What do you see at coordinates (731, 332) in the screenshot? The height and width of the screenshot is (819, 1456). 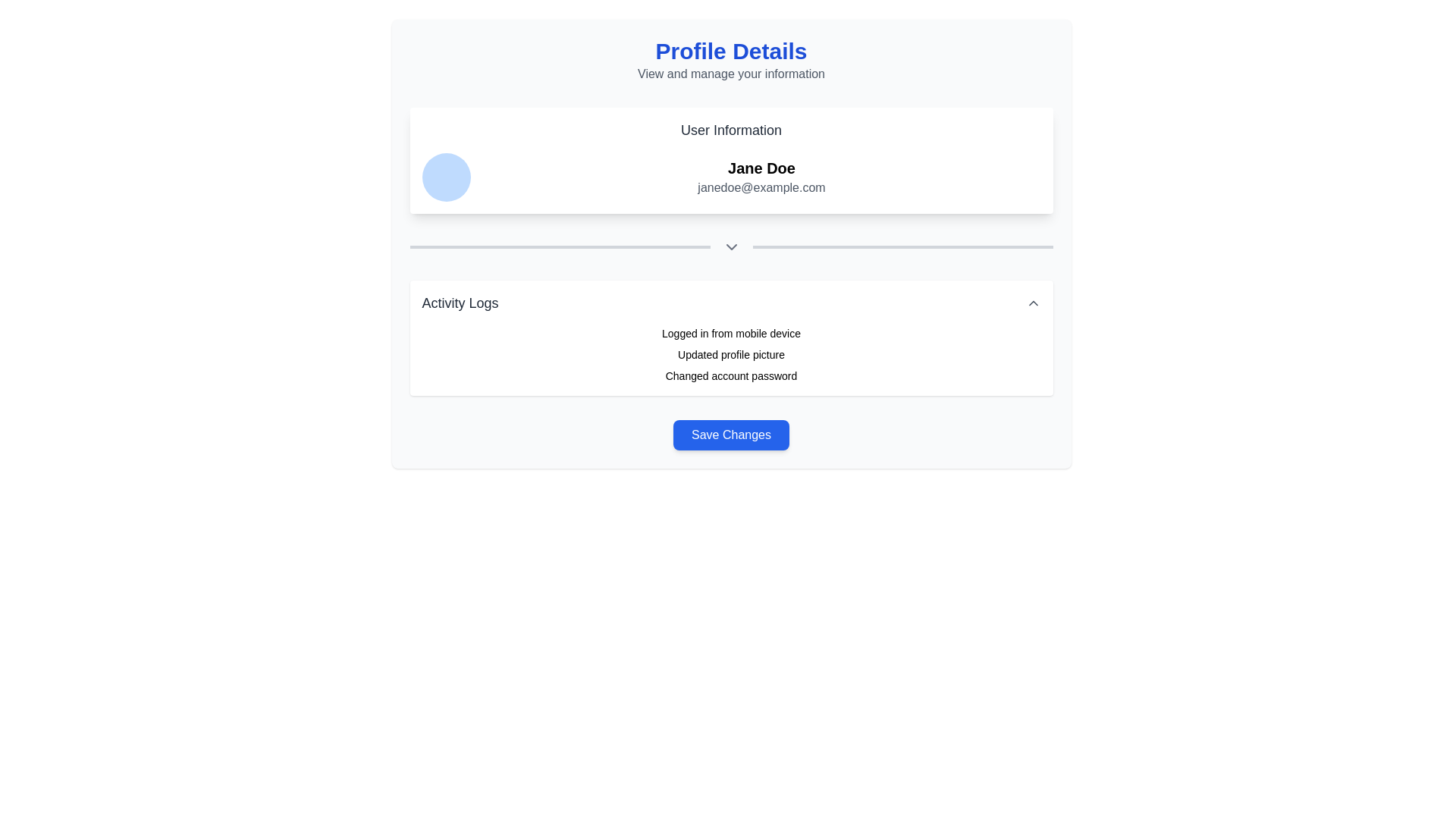 I see `the text label indicating that the user logged in using a mobile device, which is the first item in the 'Activity Logs' section` at bounding box center [731, 332].